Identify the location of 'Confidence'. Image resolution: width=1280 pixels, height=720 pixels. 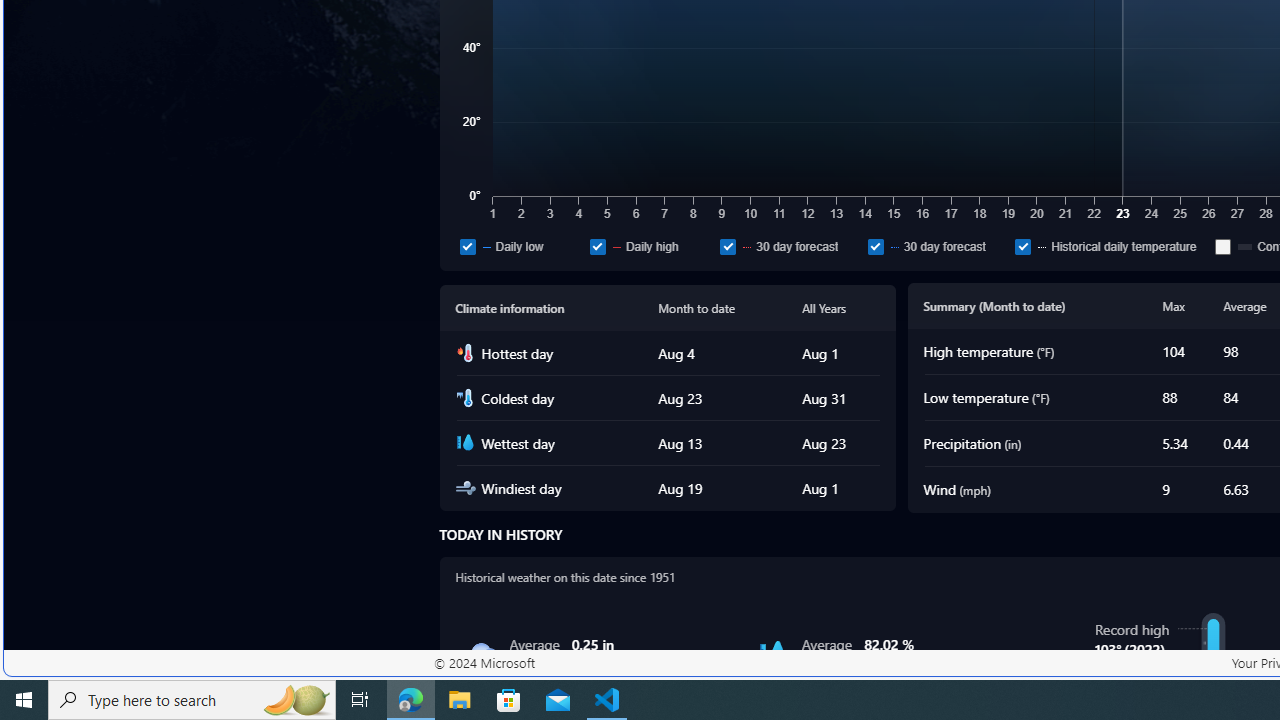
(1222, 245).